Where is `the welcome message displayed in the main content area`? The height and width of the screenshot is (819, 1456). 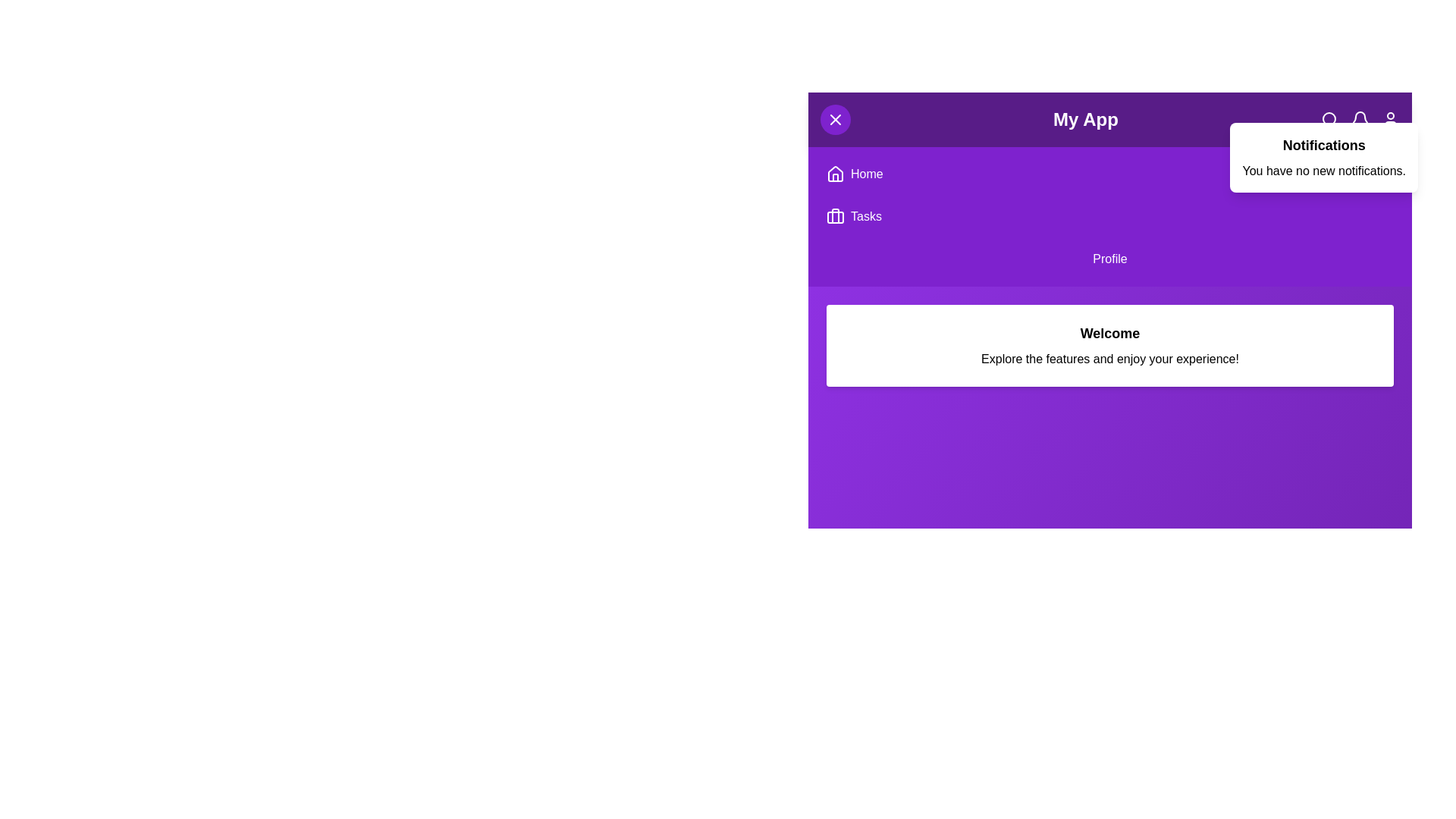 the welcome message displayed in the main content area is located at coordinates (1110, 332).